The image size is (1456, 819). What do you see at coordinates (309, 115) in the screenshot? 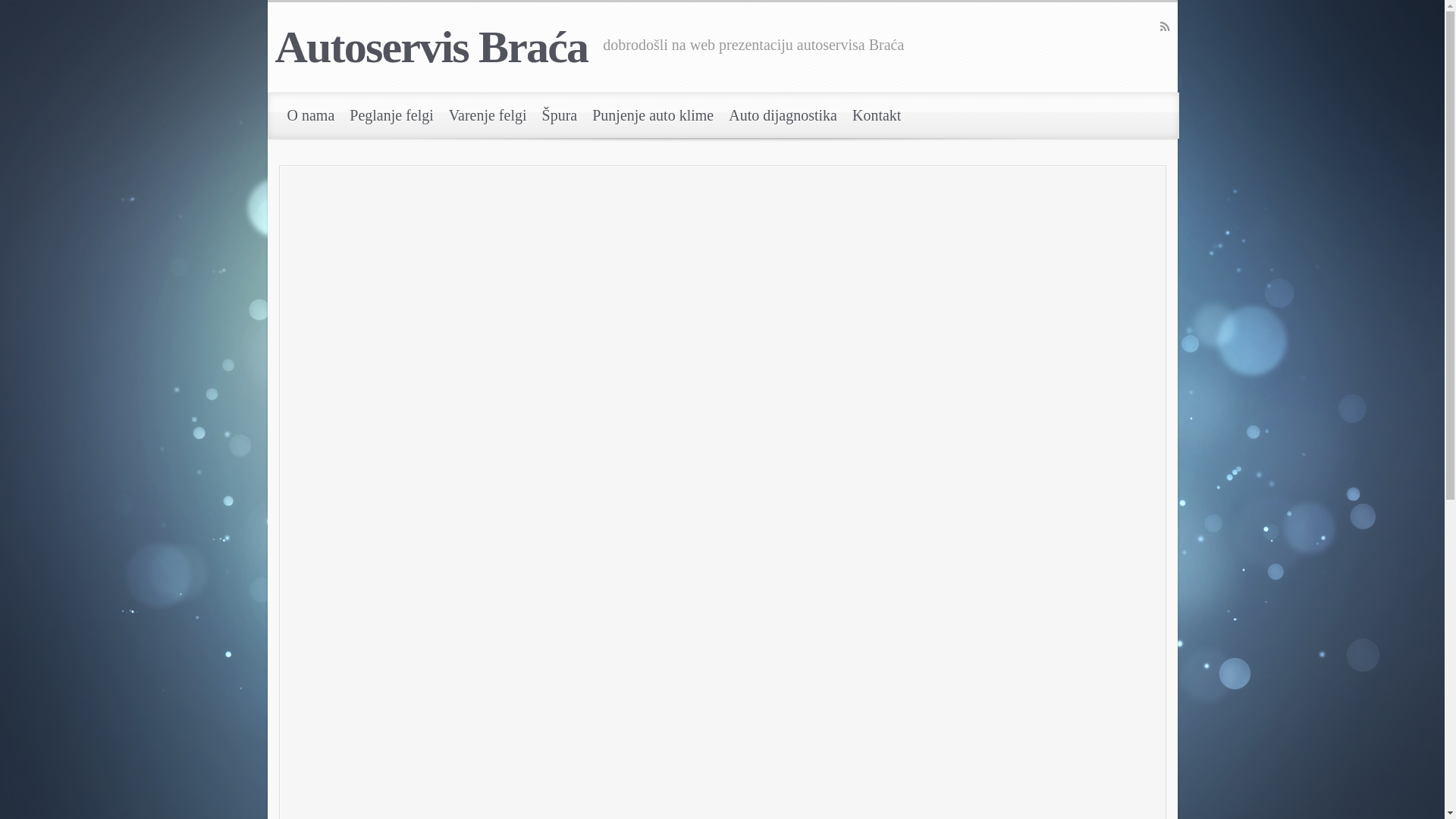
I see `'O nama'` at bounding box center [309, 115].